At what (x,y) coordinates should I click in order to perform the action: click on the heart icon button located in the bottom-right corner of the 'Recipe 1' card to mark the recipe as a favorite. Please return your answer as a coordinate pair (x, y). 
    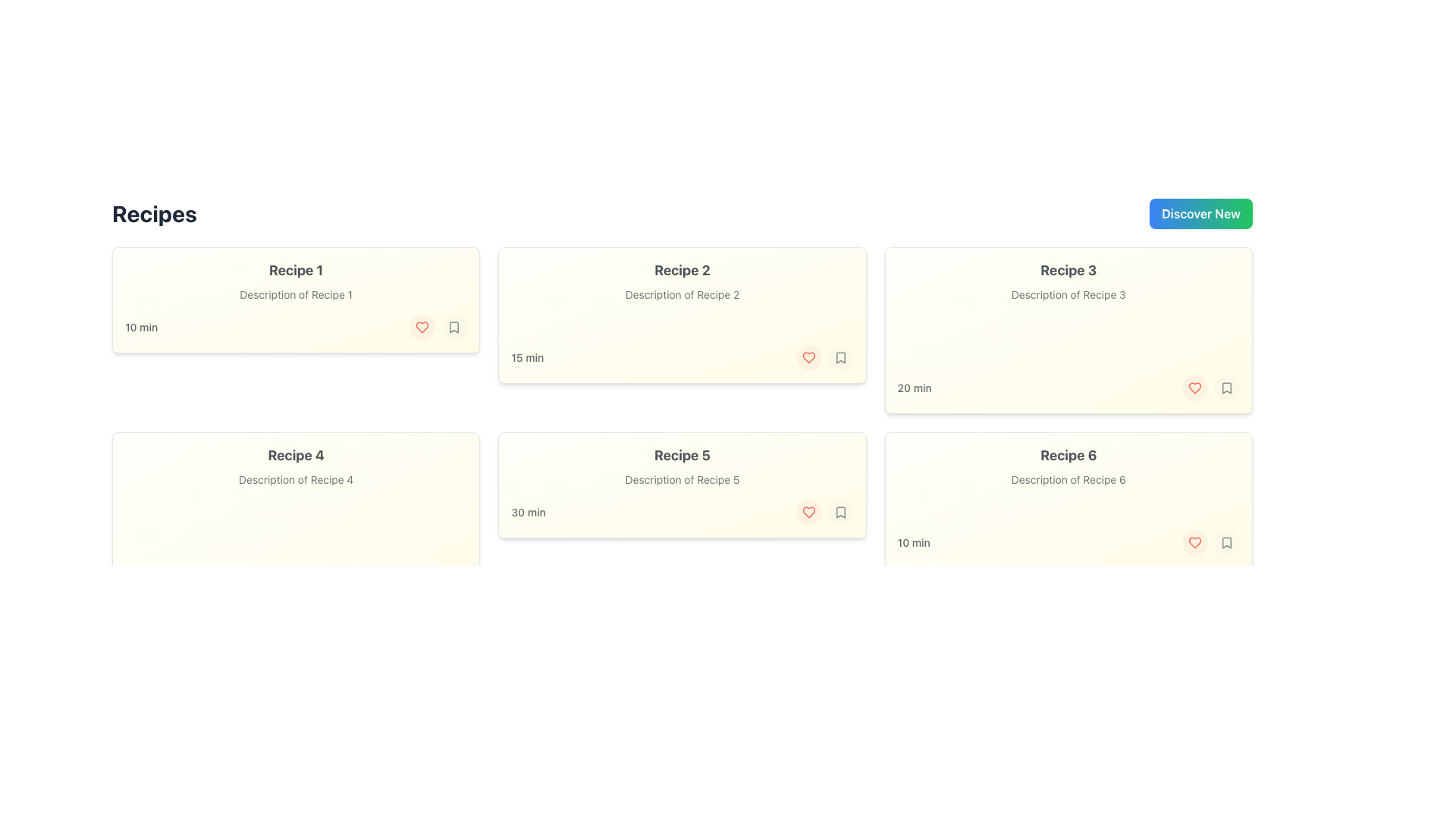
    Looking at the image, I should click on (422, 327).